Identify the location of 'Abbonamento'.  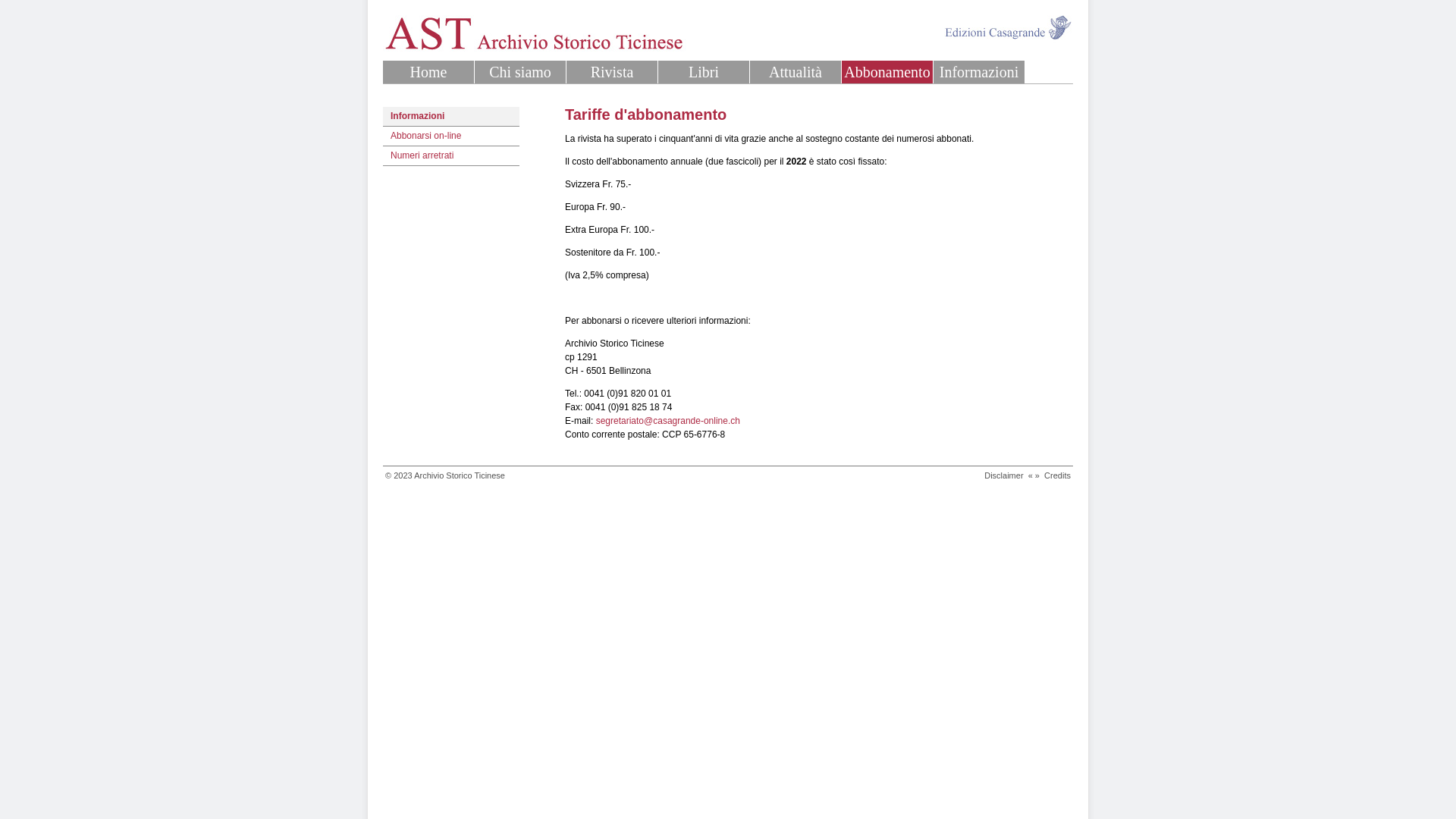
(887, 72).